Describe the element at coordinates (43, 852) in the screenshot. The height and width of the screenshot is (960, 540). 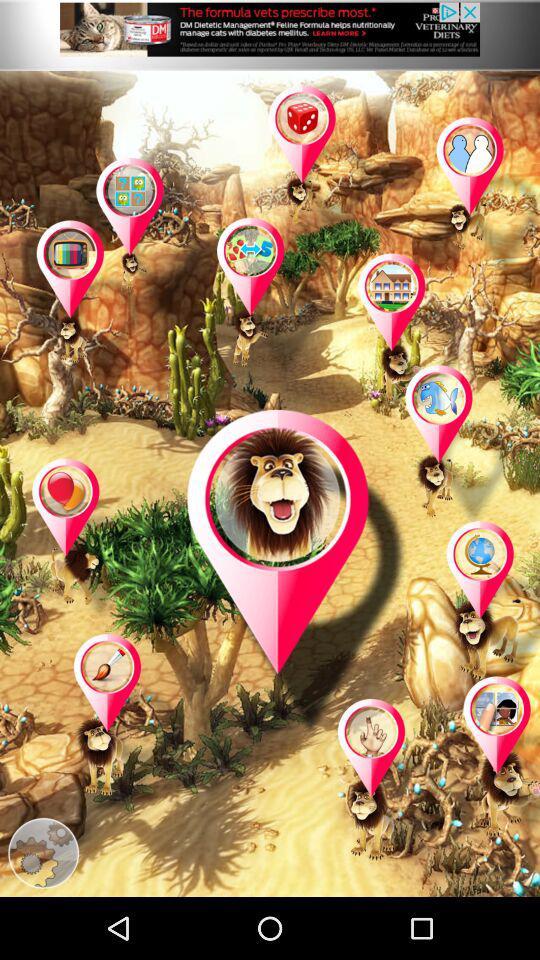
I see `open settings` at that location.